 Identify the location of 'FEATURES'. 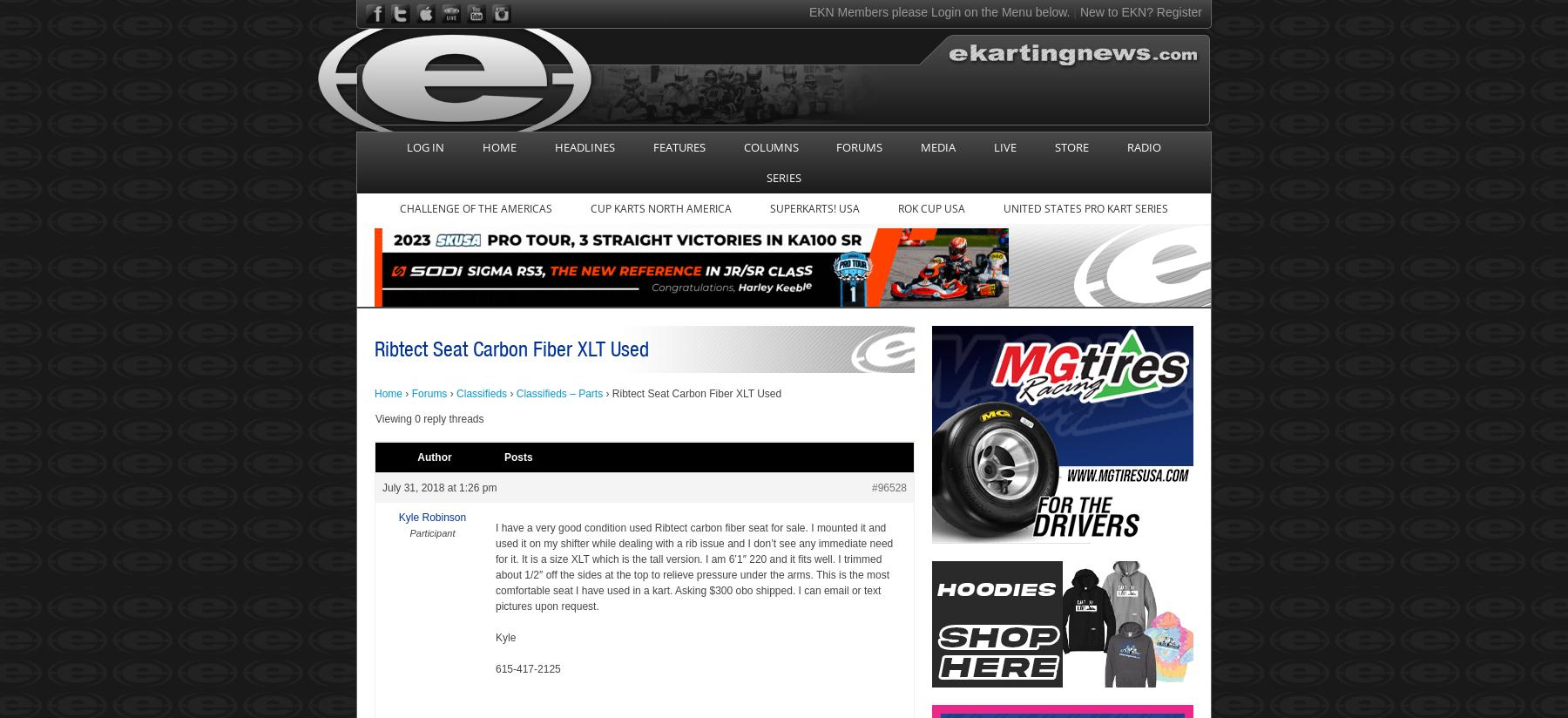
(651, 146).